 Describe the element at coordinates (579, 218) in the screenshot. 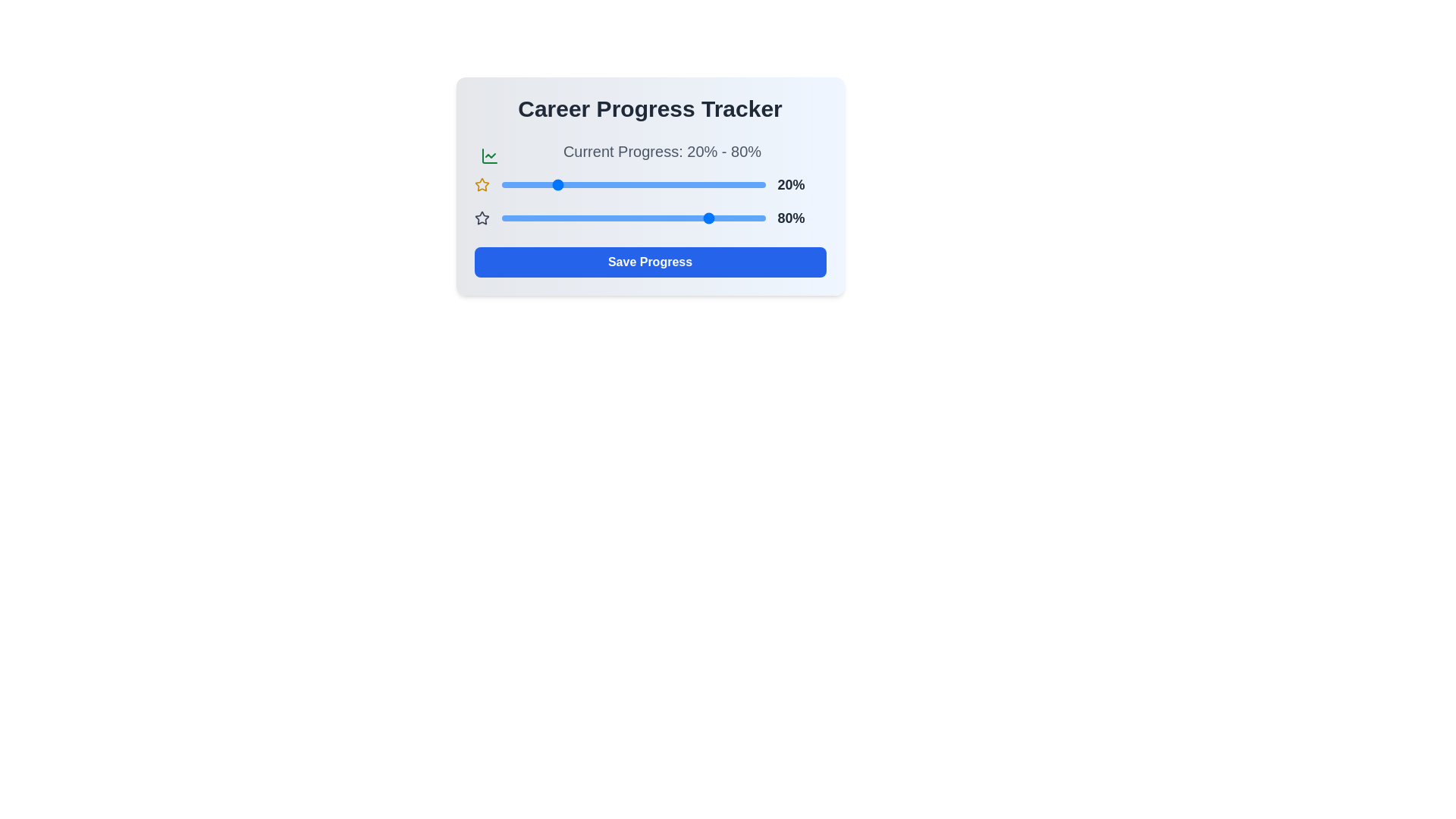

I see `the second progress slider to 30%` at that location.